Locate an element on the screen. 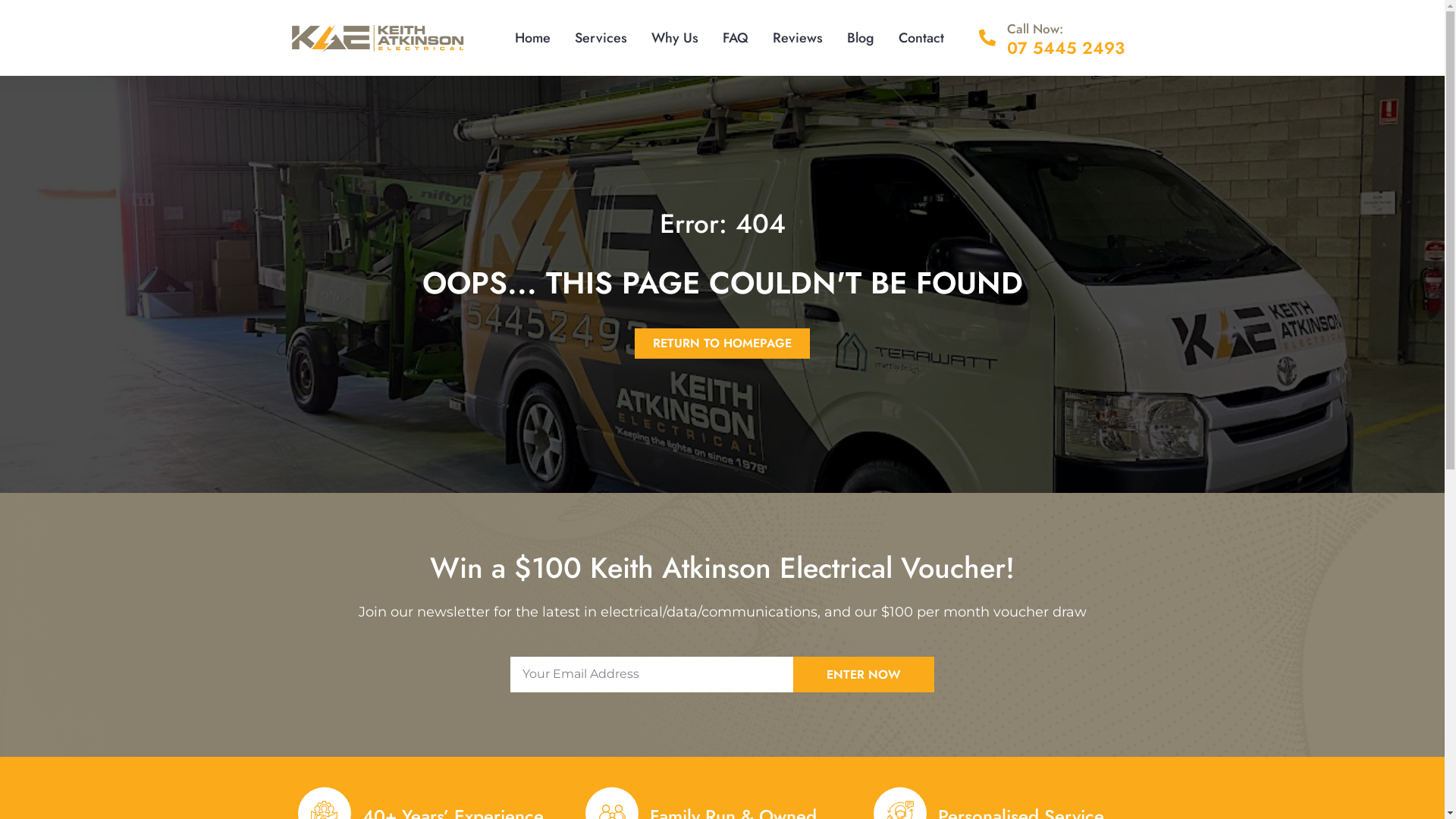 This screenshot has width=1456, height=819. 'Call Now:' is located at coordinates (1034, 29).